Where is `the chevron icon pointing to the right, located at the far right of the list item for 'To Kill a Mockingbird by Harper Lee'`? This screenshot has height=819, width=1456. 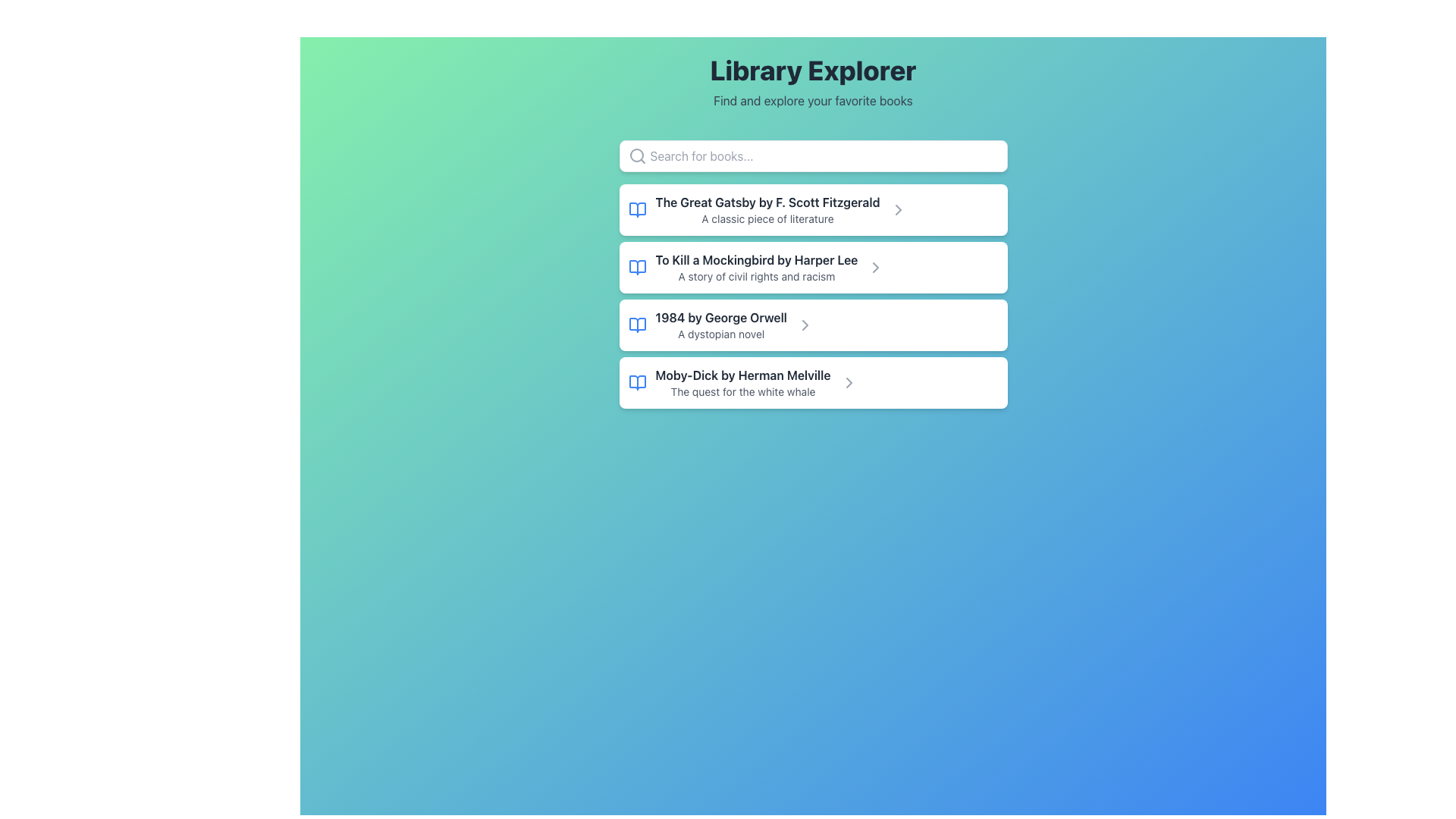 the chevron icon pointing to the right, located at the far right of the list item for 'To Kill a Mockingbird by Harper Lee' is located at coordinates (876, 267).